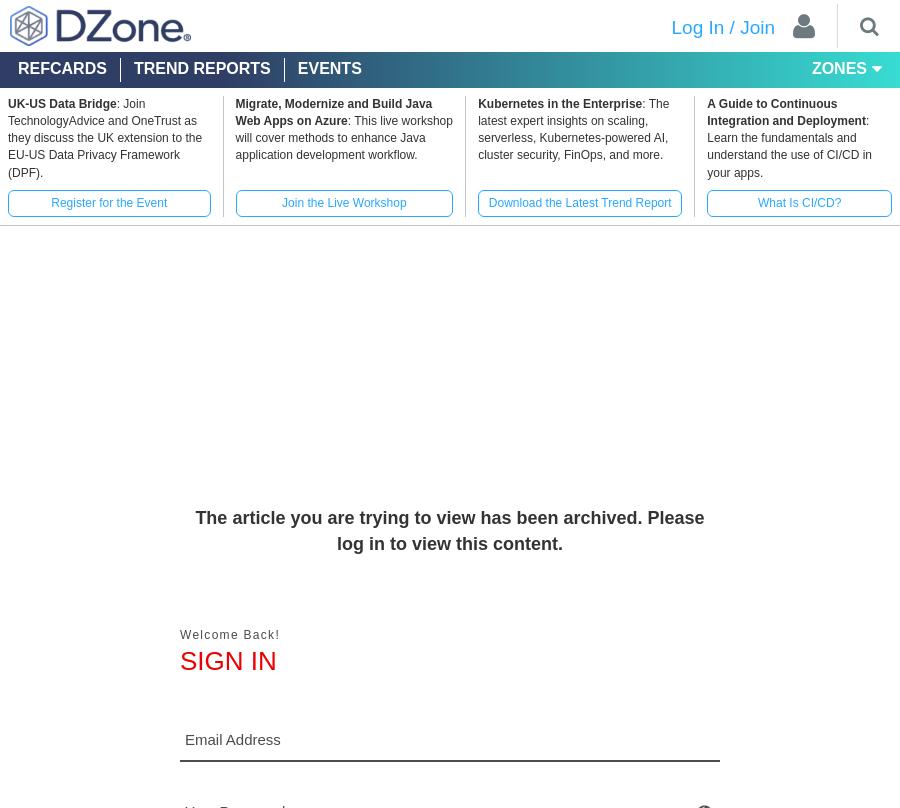 The height and width of the screenshot is (808, 900). What do you see at coordinates (7, 102) in the screenshot?
I see `'UK-US Data Bridge'` at bounding box center [7, 102].